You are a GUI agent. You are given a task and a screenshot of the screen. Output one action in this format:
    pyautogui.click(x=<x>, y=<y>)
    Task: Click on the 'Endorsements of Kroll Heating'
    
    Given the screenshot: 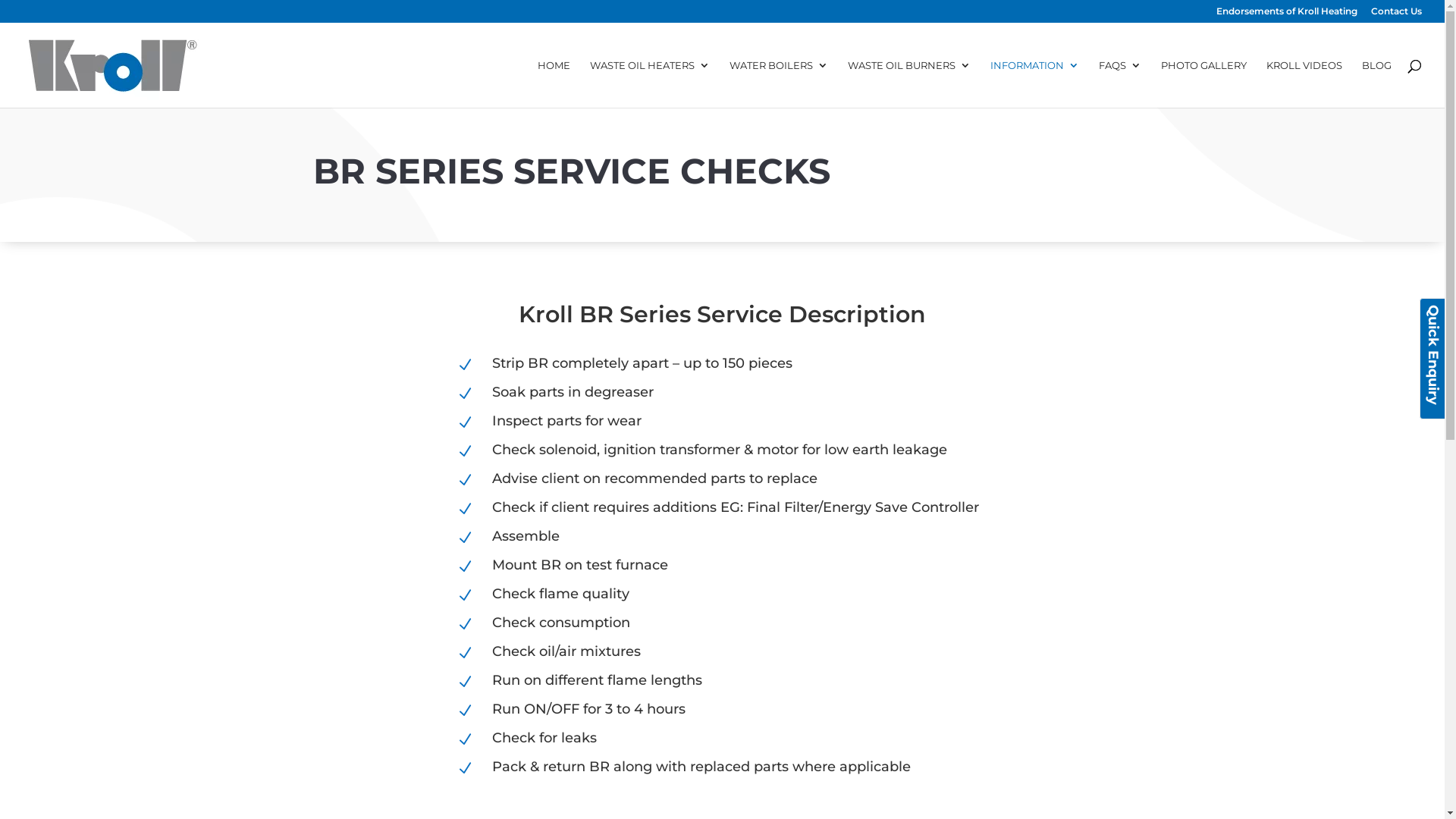 What is the action you would take?
    pyautogui.click(x=1286, y=14)
    